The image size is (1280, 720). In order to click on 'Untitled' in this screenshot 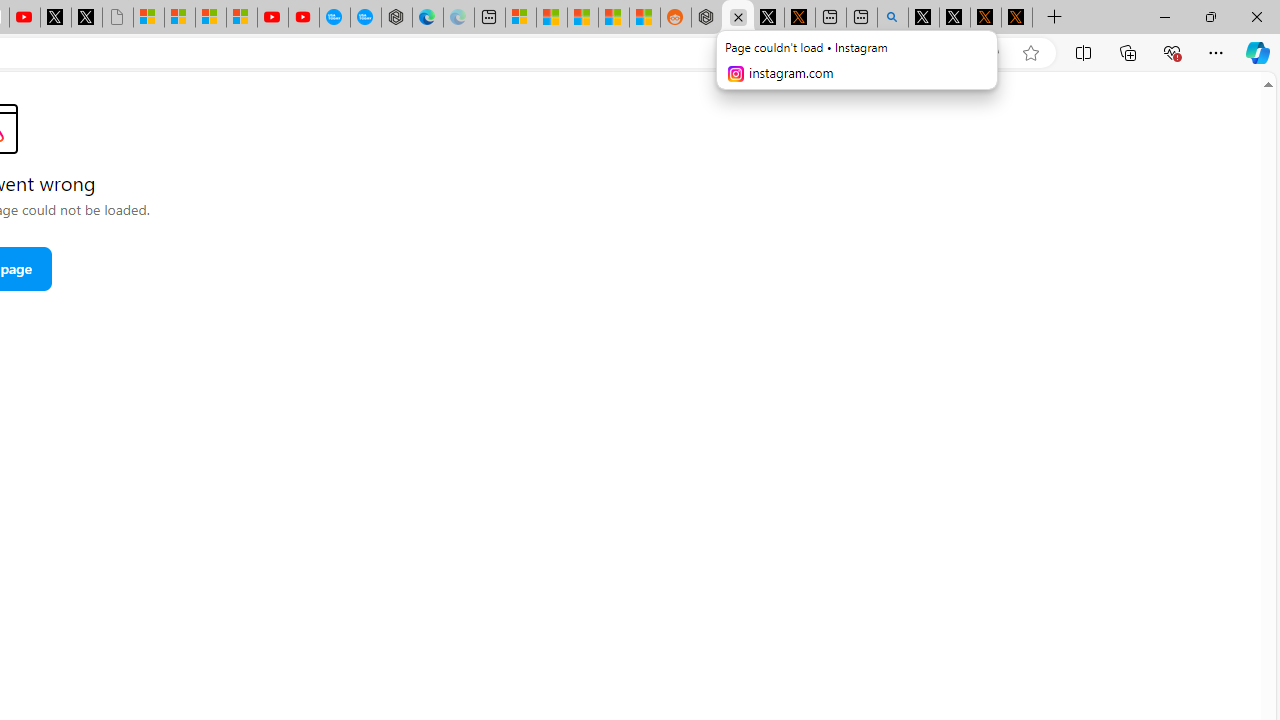, I will do `click(116, 17)`.